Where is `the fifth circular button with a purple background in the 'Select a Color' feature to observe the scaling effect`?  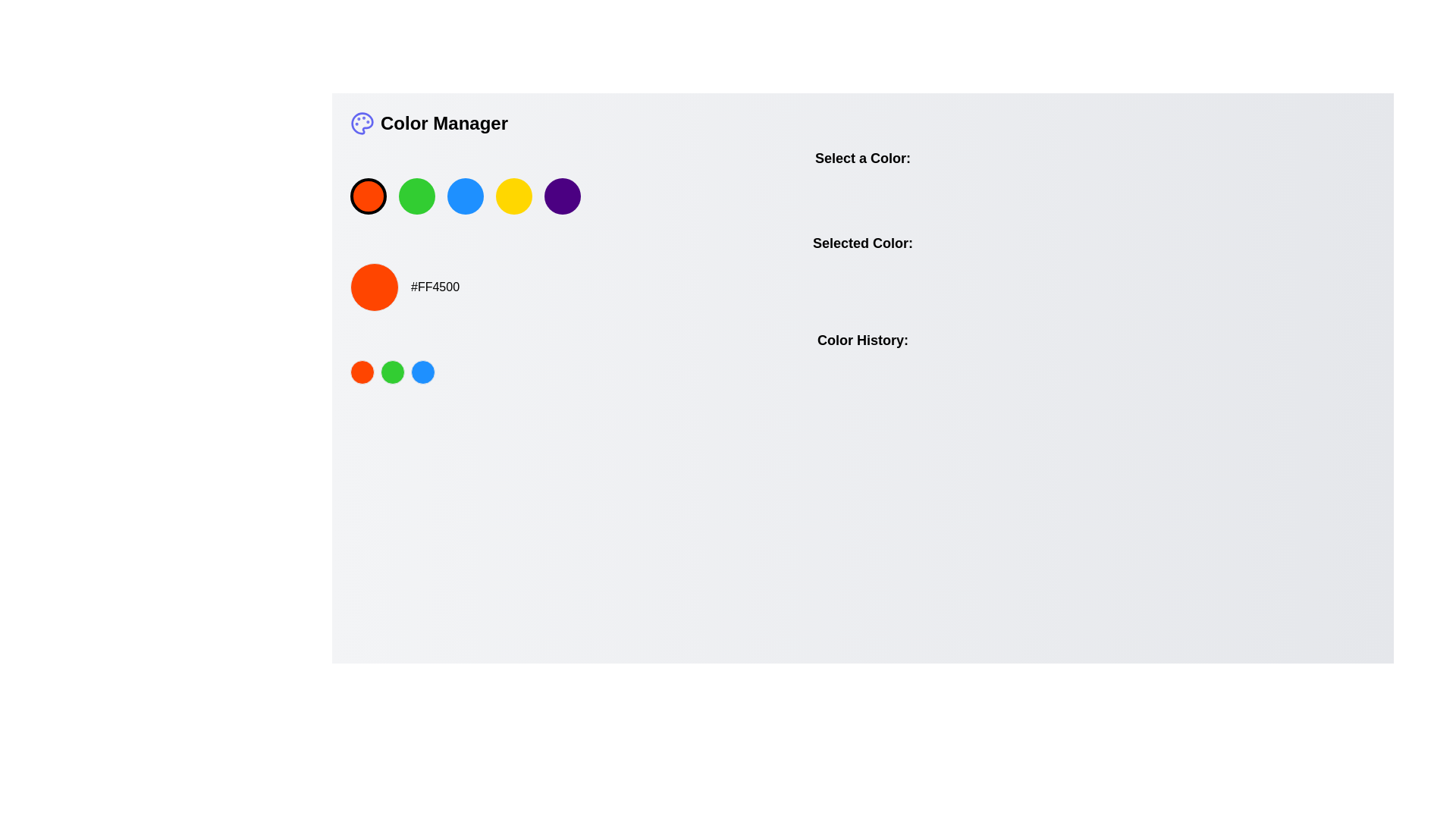
the fifth circular button with a purple background in the 'Select a Color' feature to observe the scaling effect is located at coordinates (562, 195).